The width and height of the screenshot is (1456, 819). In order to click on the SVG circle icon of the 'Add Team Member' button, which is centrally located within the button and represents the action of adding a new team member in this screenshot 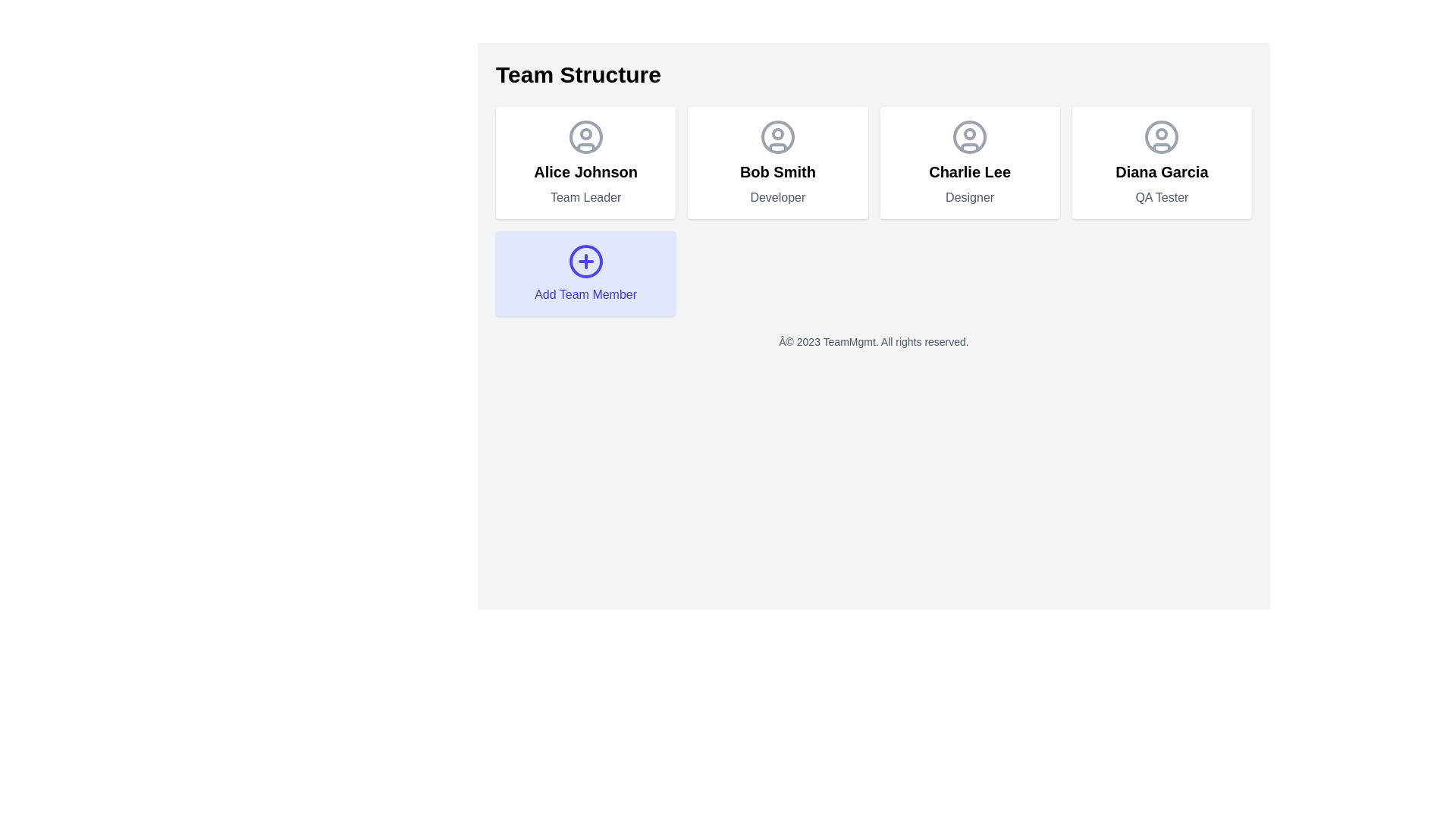, I will do `click(585, 260)`.